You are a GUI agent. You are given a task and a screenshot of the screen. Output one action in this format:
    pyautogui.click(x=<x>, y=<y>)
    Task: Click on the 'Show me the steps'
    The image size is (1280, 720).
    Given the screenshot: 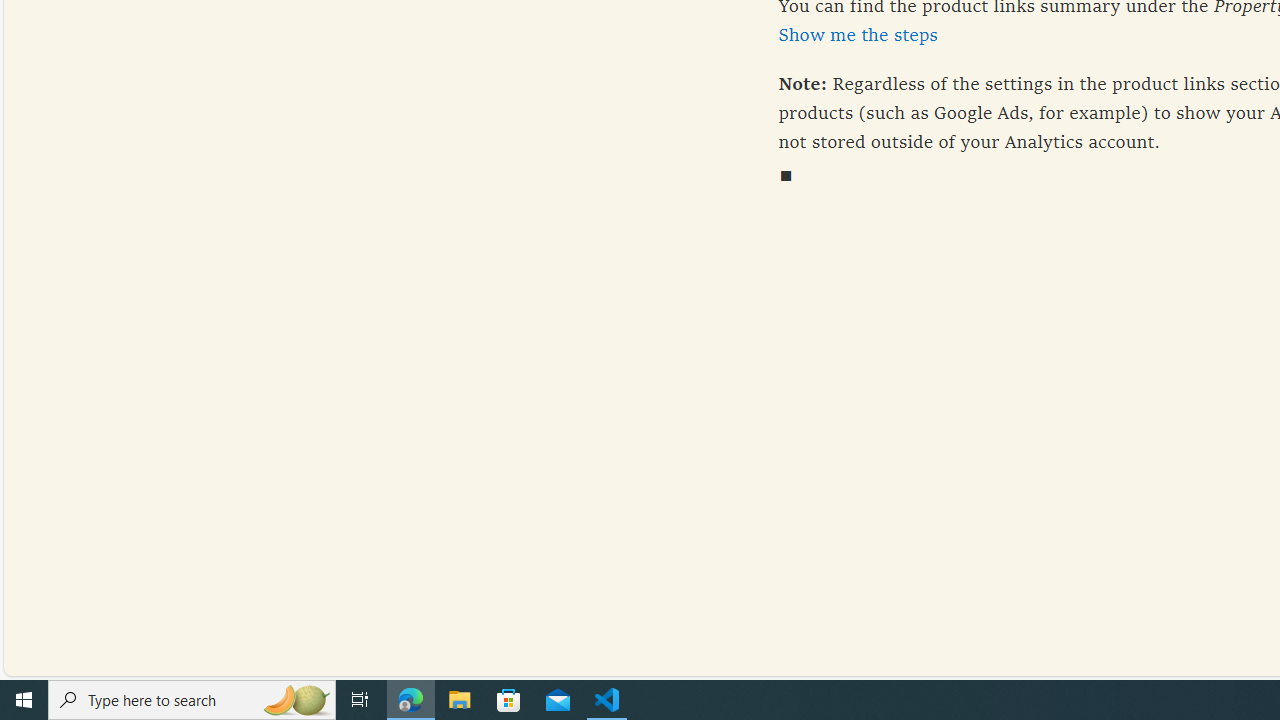 What is the action you would take?
    pyautogui.click(x=858, y=35)
    